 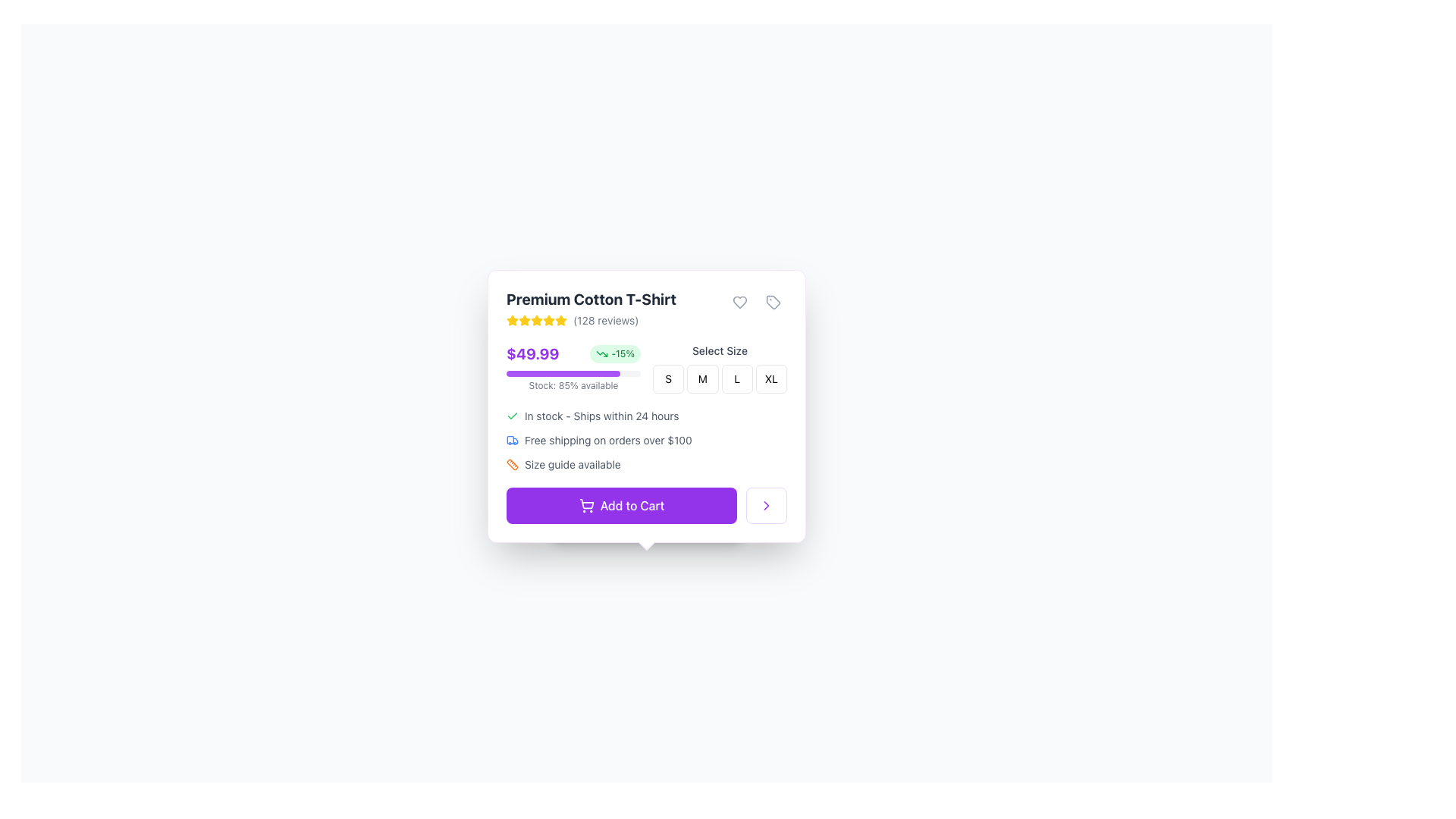 I want to click on the heart-shaped icon button located to the right of the 'Premium Cotton T-Shirt' title, which serves as a quick-action button for marking favorites, so click(x=739, y=302).